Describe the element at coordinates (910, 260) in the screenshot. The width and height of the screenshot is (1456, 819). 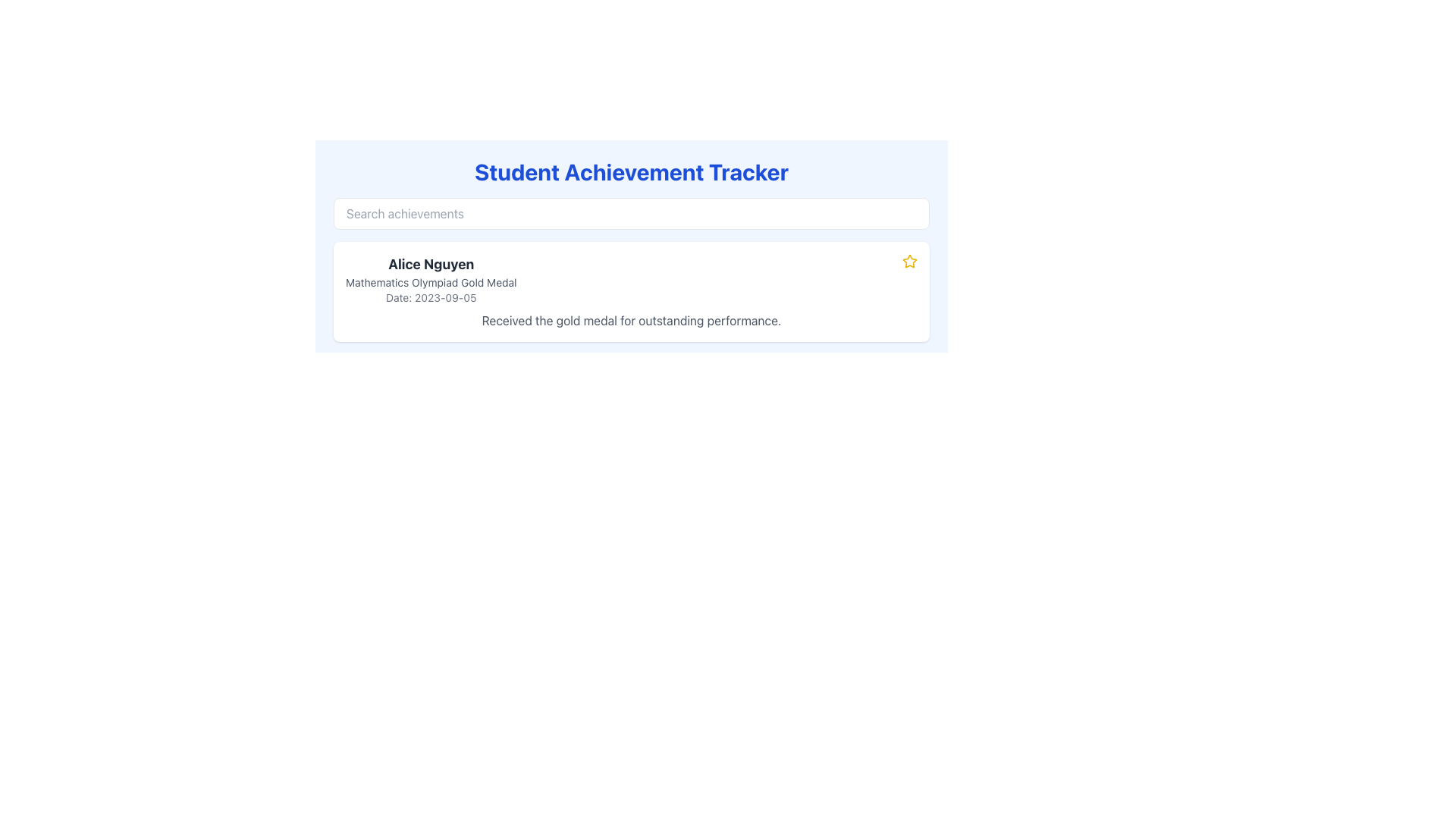
I see `the achievement icon located at the far-right end of the information row that displays 'Alice Nguyen, Mathematics Olympiad Gold Medal, Date: 2023-09-05'` at that location.